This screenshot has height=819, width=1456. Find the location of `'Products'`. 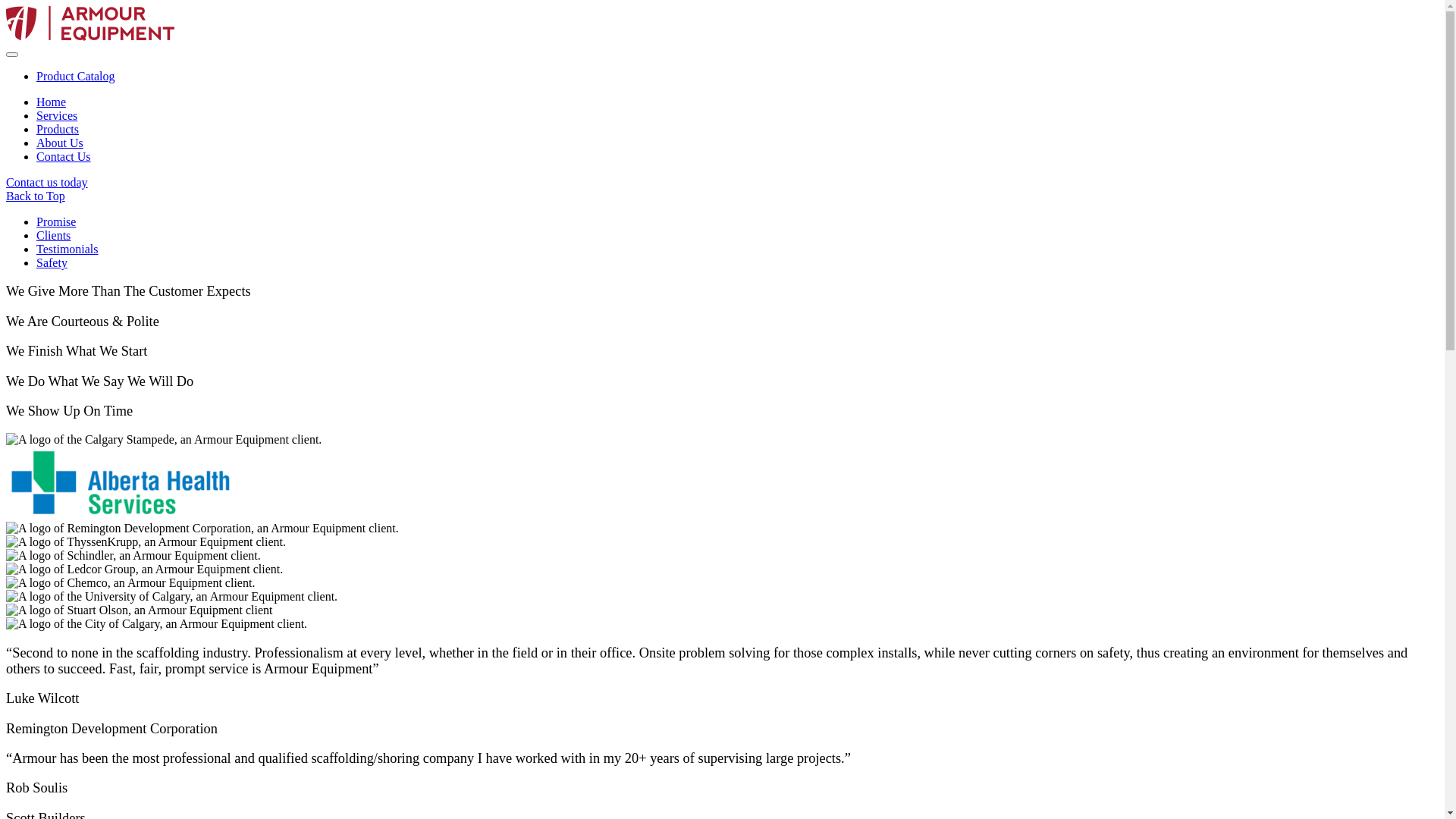

'Products' is located at coordinates (58, 128).